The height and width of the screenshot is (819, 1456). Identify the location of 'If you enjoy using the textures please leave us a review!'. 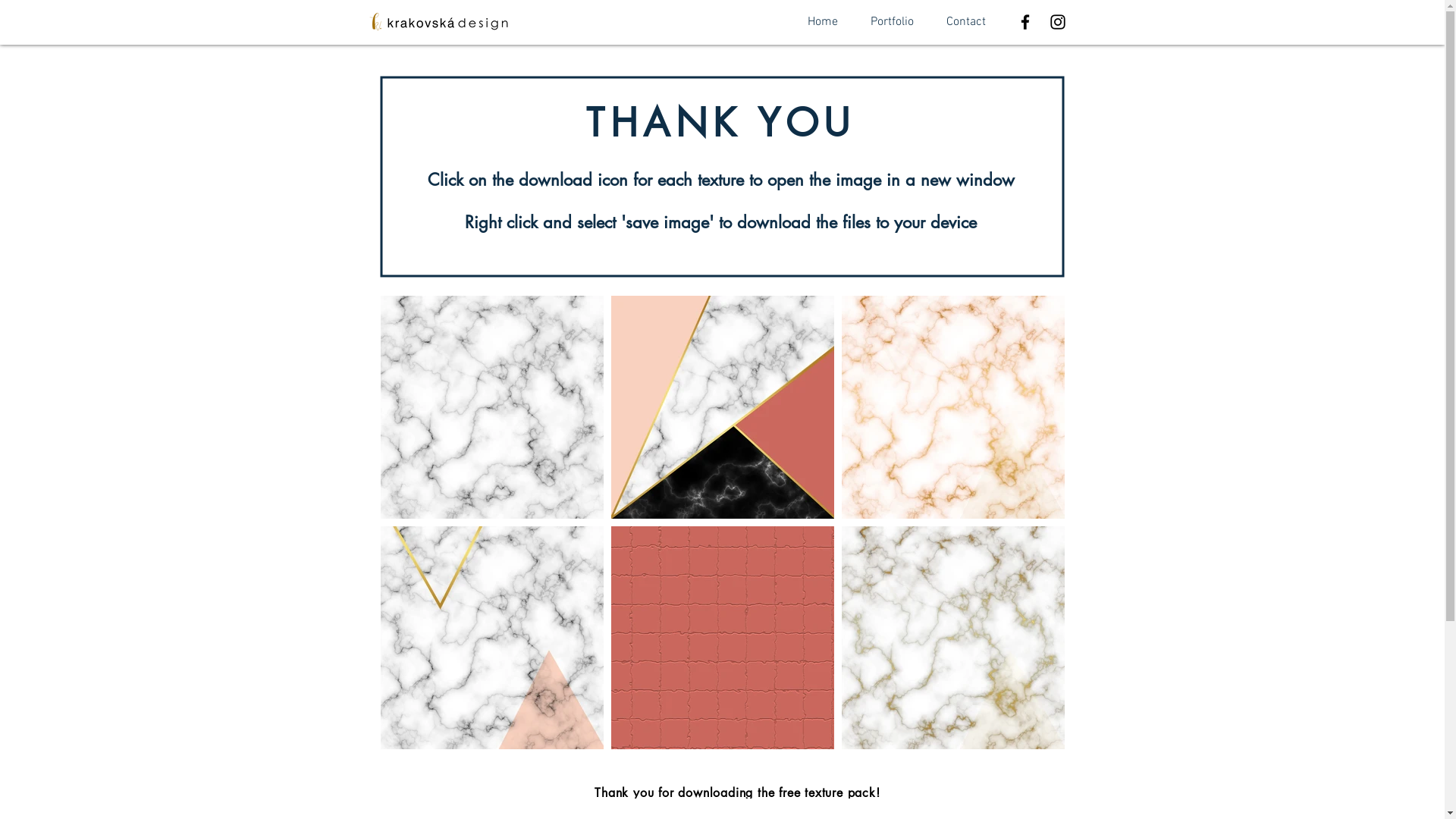
(738, 808).